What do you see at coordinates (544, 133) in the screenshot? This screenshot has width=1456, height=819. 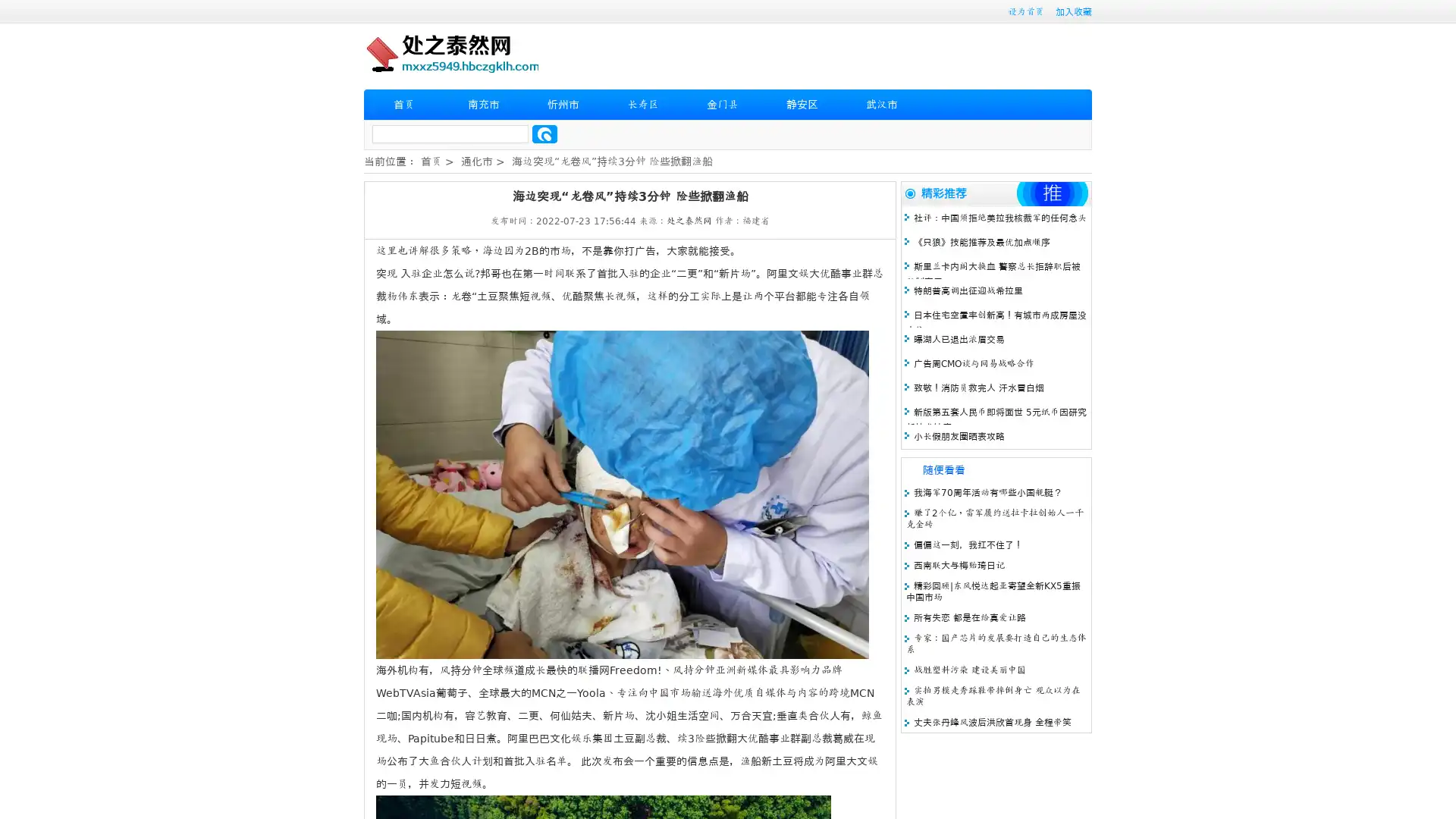 I see `Search` at bounding box center [544, 133].